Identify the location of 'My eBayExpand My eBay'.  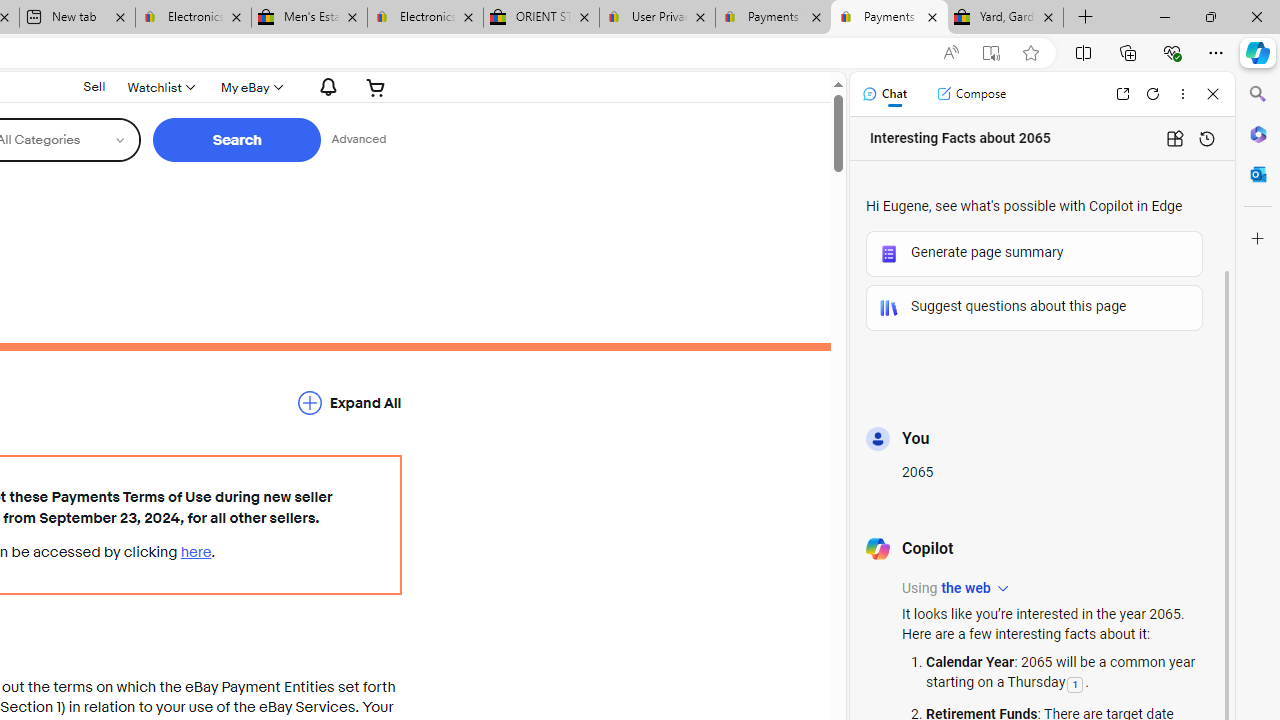
(249, 86).